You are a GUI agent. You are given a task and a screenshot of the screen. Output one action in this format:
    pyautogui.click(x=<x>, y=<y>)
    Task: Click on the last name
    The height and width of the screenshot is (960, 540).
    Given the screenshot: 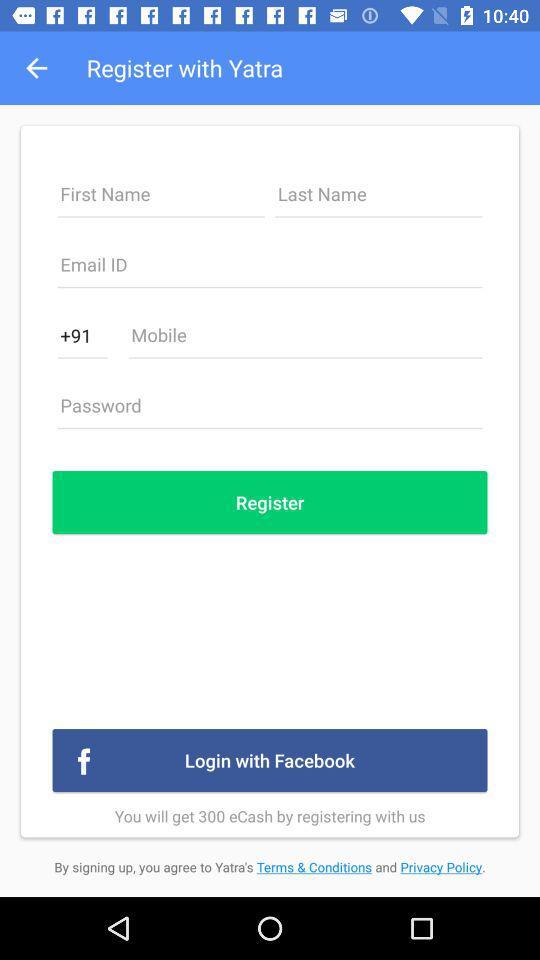 What is the action you would take?
    pyautogui.click(x=378, y=199)
    